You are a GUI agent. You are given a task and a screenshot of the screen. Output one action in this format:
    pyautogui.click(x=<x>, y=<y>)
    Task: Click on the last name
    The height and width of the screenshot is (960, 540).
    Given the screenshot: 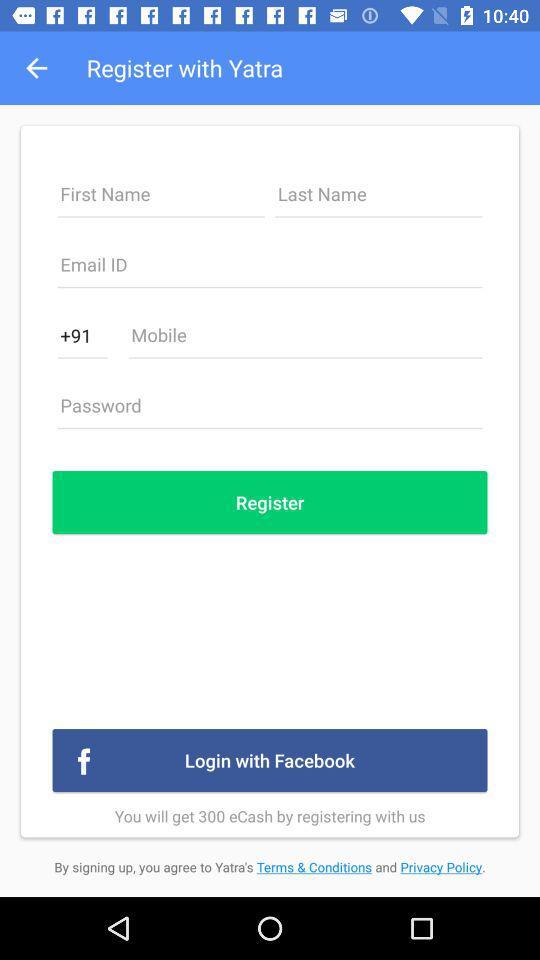 What is the action you would take?
    pyautogui.click(x=378, y=199)
    